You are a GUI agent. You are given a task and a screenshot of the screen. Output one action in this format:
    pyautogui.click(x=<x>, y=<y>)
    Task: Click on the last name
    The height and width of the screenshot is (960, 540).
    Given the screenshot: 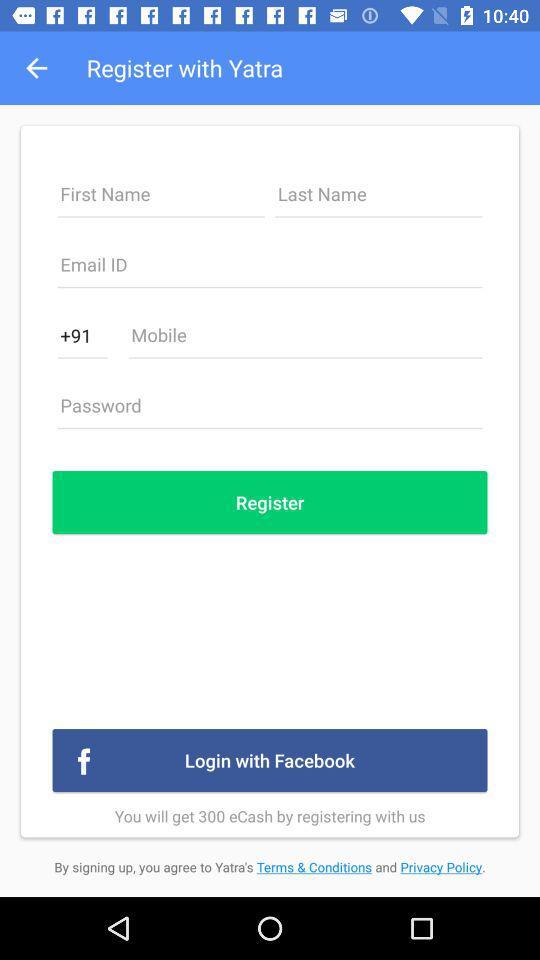 What is the action you would take?
    pyautogui.click(x=378, y=199)
    